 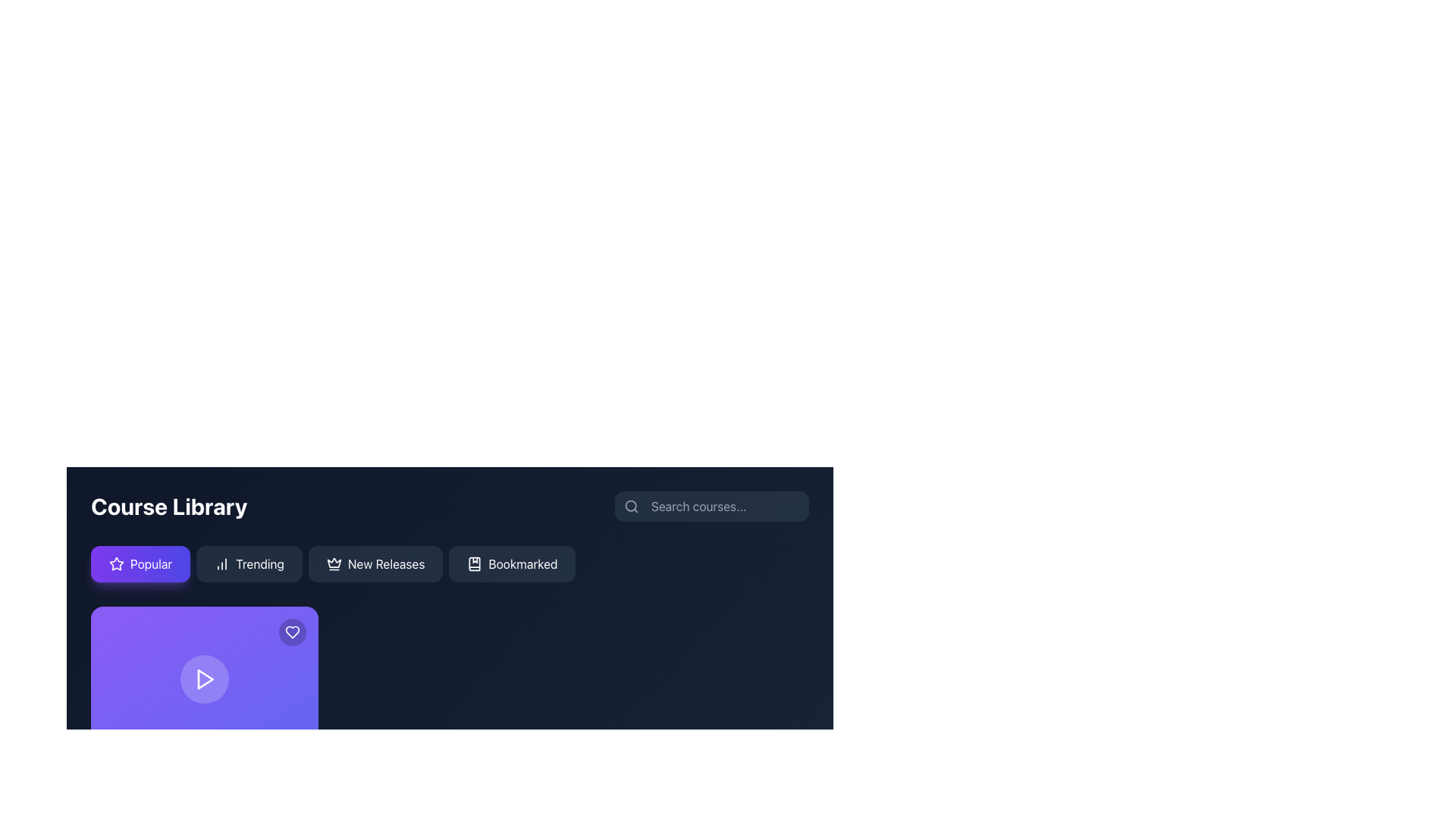 I want to click on the play button element on the course card, so click(x=203, y=678).